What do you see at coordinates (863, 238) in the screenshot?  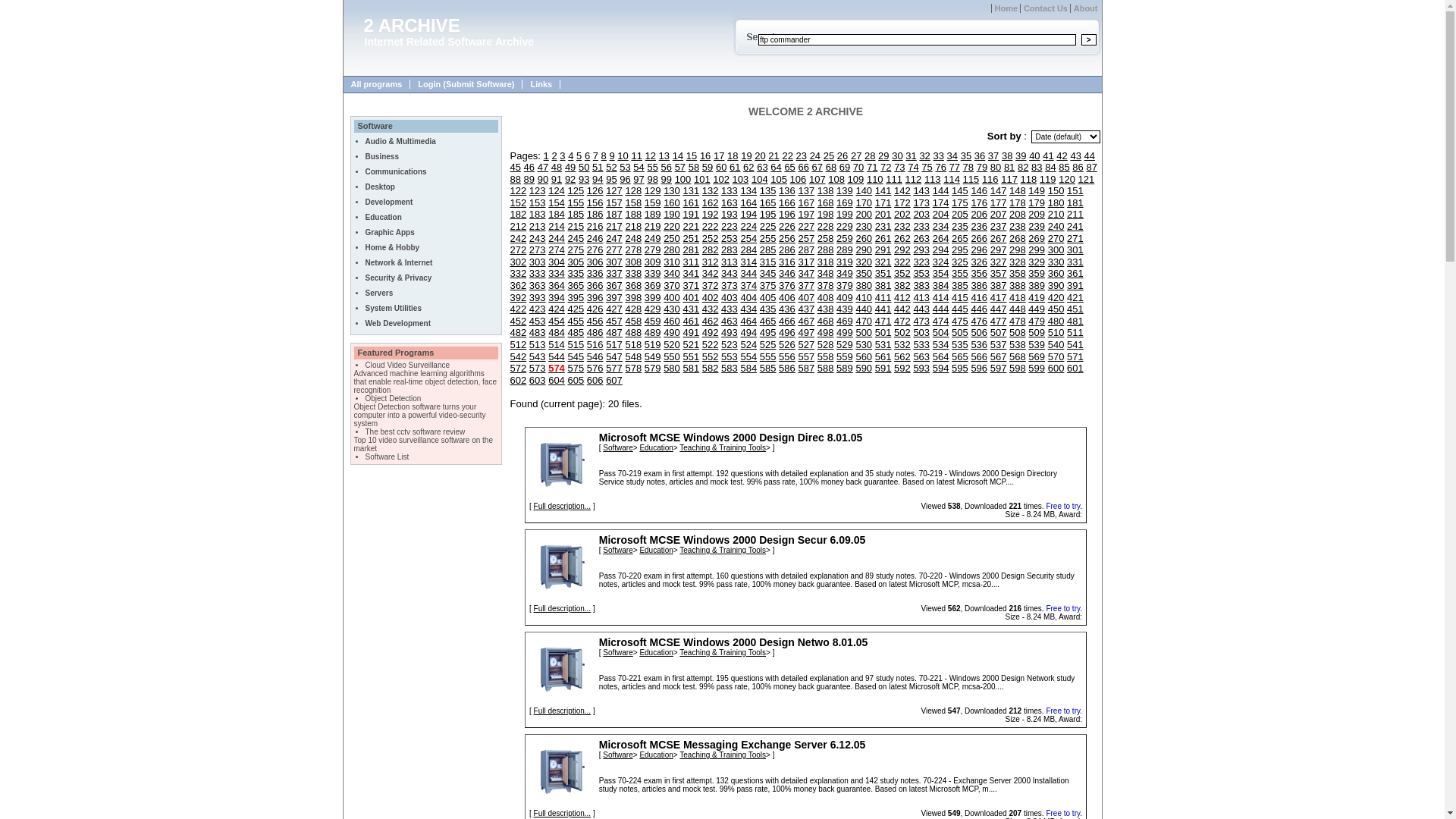 I see `'260'` at bounding box center [863, 238].